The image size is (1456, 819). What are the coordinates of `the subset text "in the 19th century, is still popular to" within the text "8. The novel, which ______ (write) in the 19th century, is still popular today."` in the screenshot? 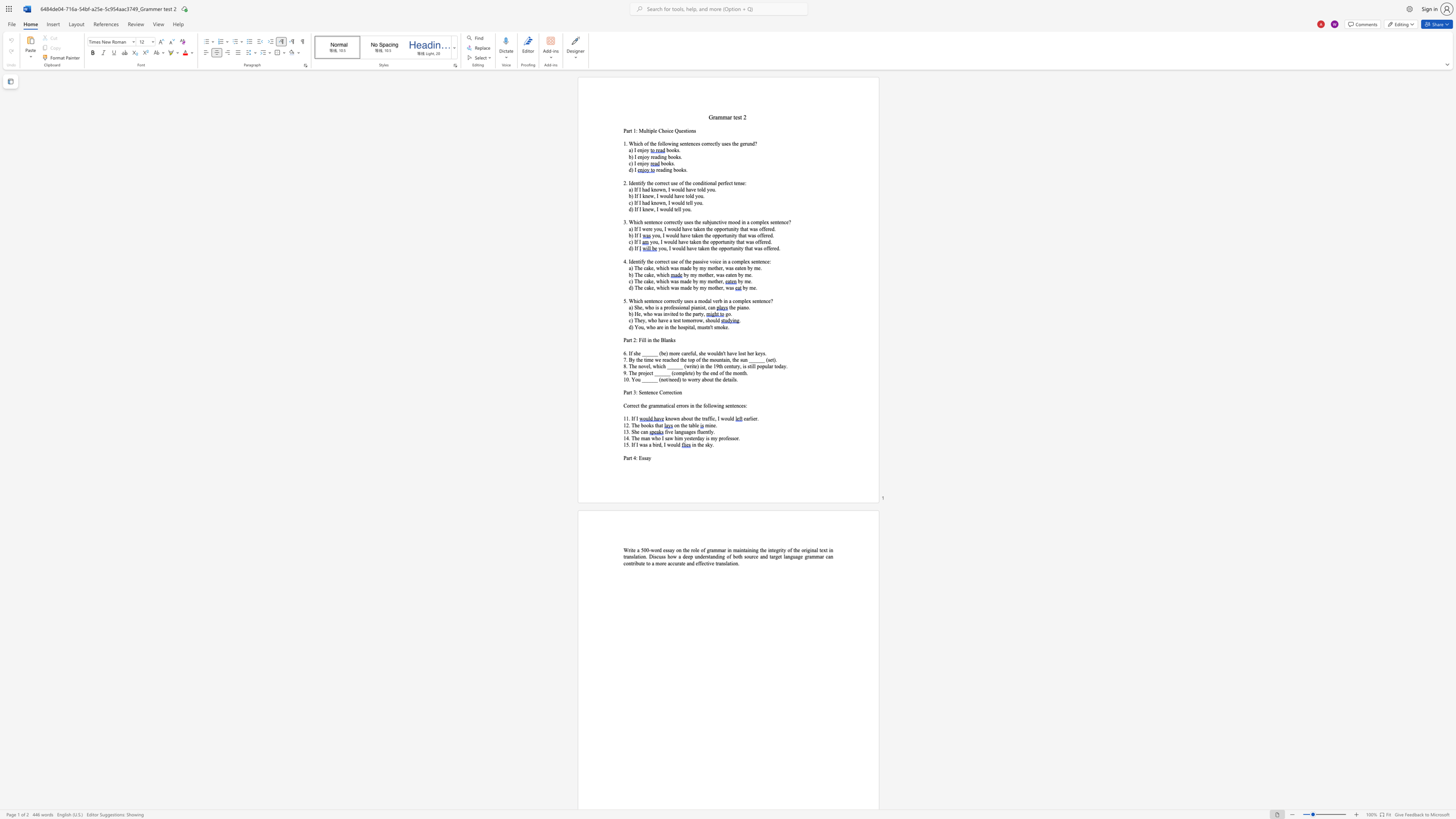 It's located at (699, 366).